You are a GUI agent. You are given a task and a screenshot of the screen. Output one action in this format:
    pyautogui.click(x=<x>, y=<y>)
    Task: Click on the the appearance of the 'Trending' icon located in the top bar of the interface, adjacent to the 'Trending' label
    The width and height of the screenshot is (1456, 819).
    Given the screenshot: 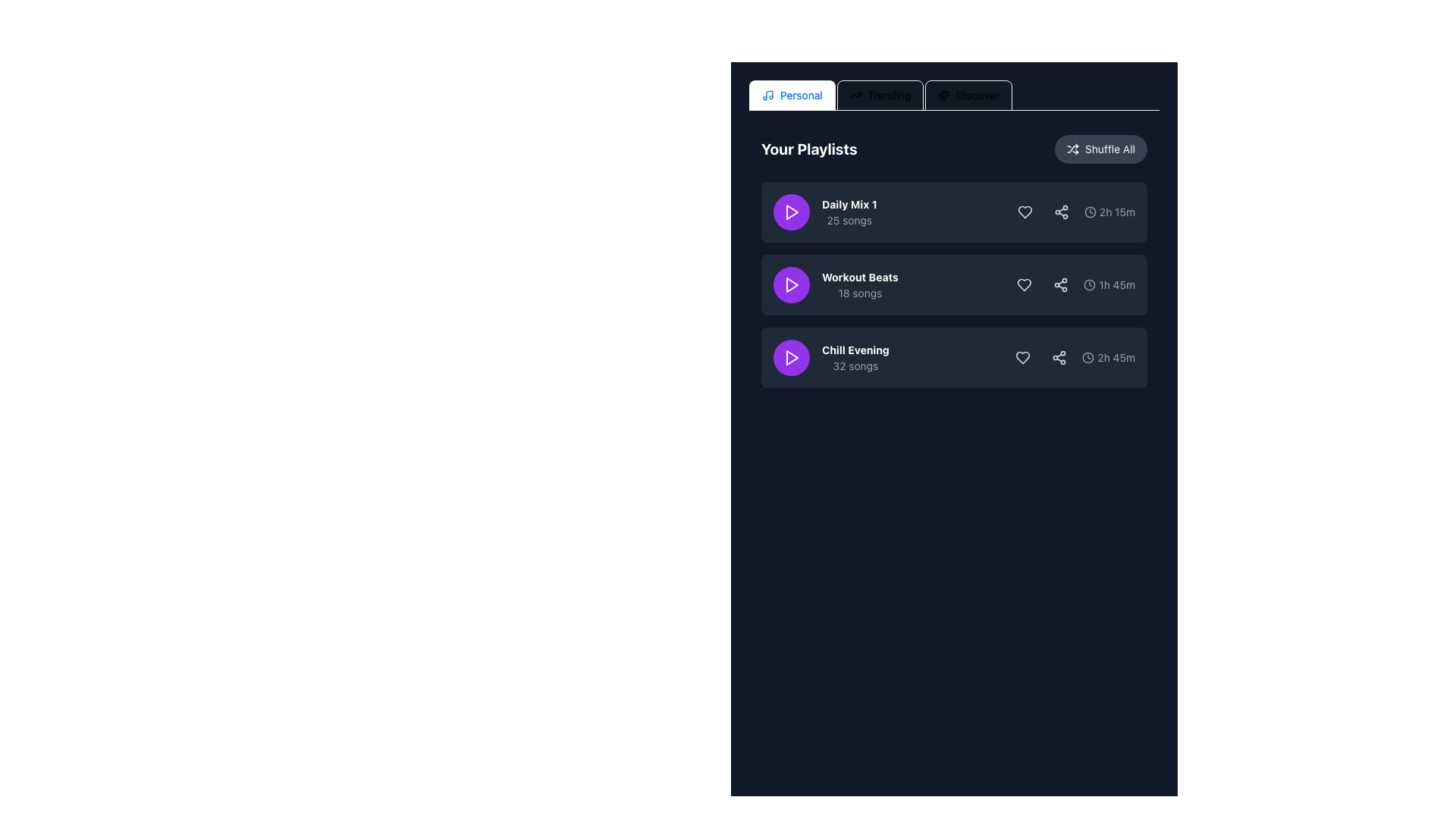 What is the action you would take?
    pyautogui.click(x=855, y=96)
    